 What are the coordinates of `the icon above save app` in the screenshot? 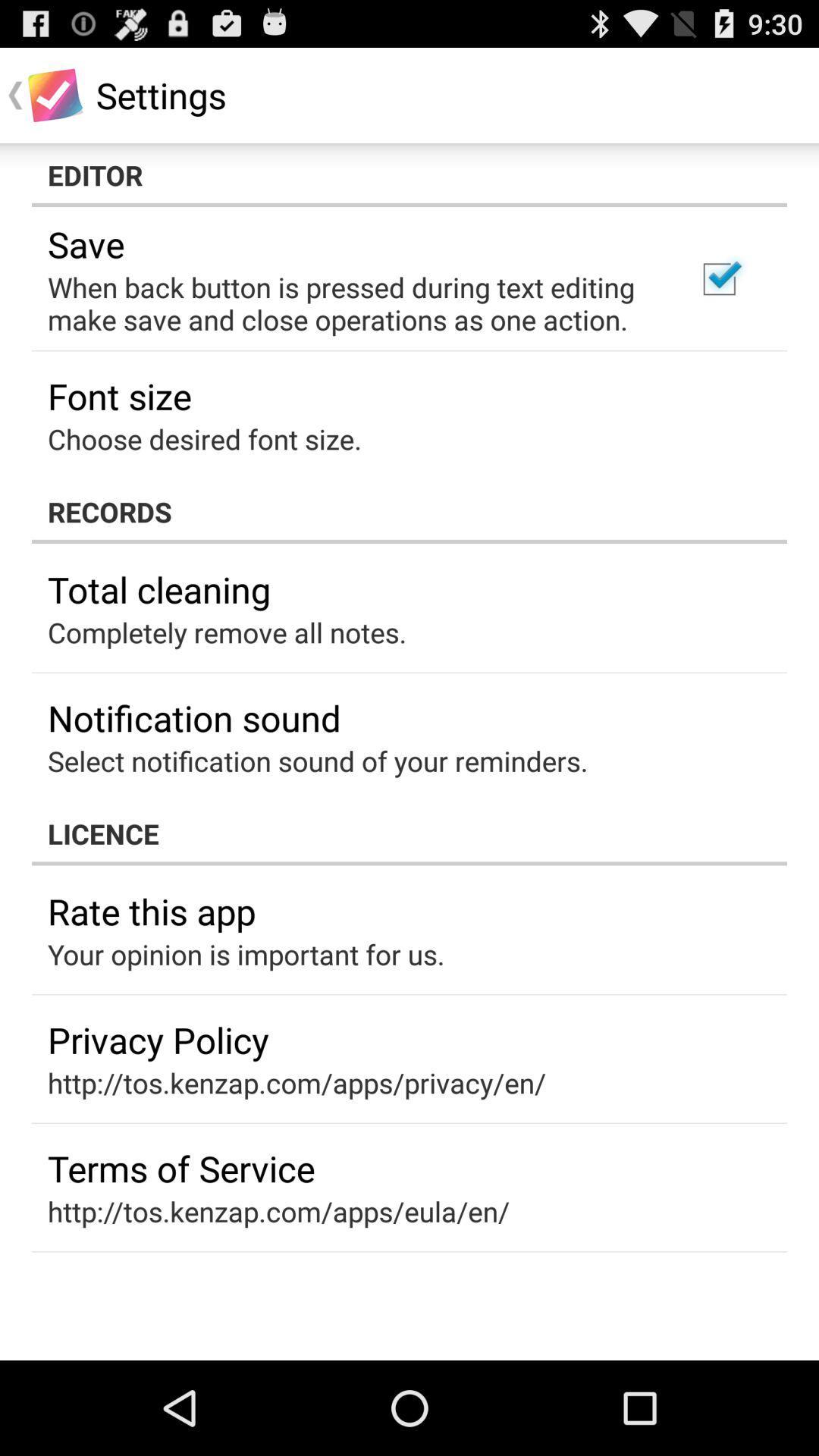 It's located at (409, 174).